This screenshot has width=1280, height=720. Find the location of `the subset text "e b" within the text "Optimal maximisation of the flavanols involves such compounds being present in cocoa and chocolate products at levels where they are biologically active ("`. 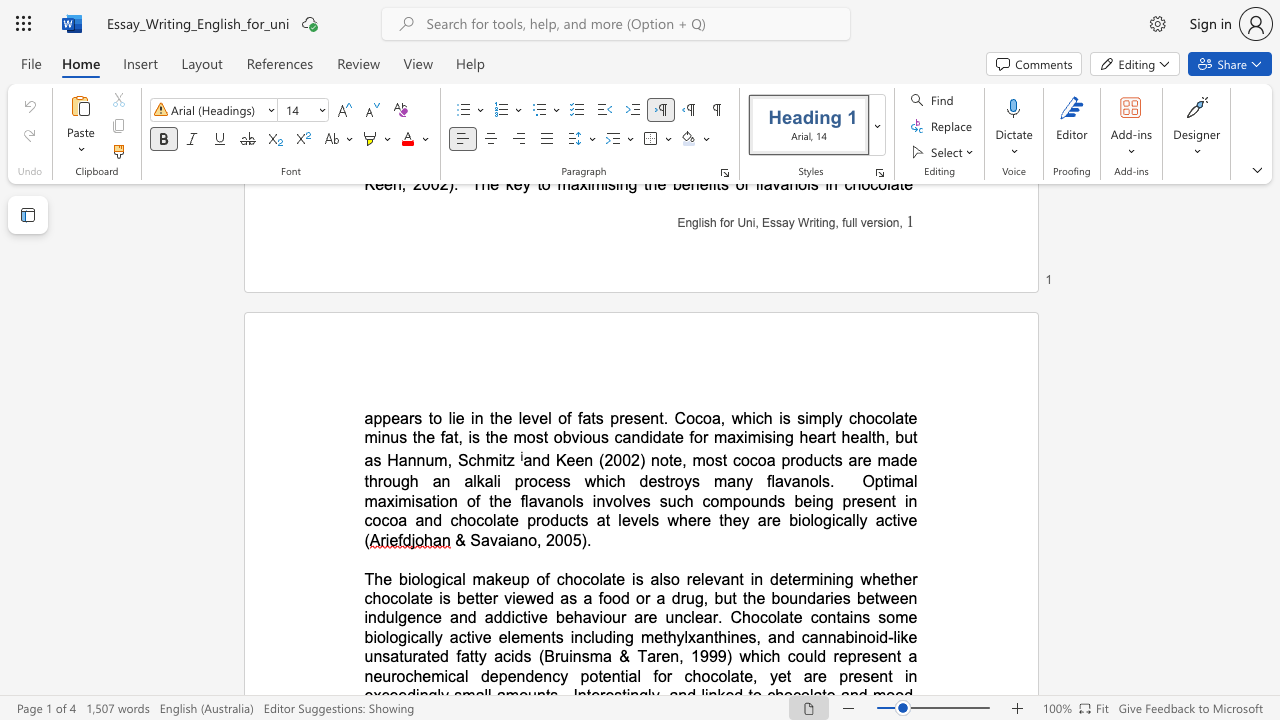

the subset text "e b" within the text "Optimal maximisation of the flavanols involves such compounds being present in cocoa and chocolate products at levels where they are biologically active (" is located at coordinates (770, 519).